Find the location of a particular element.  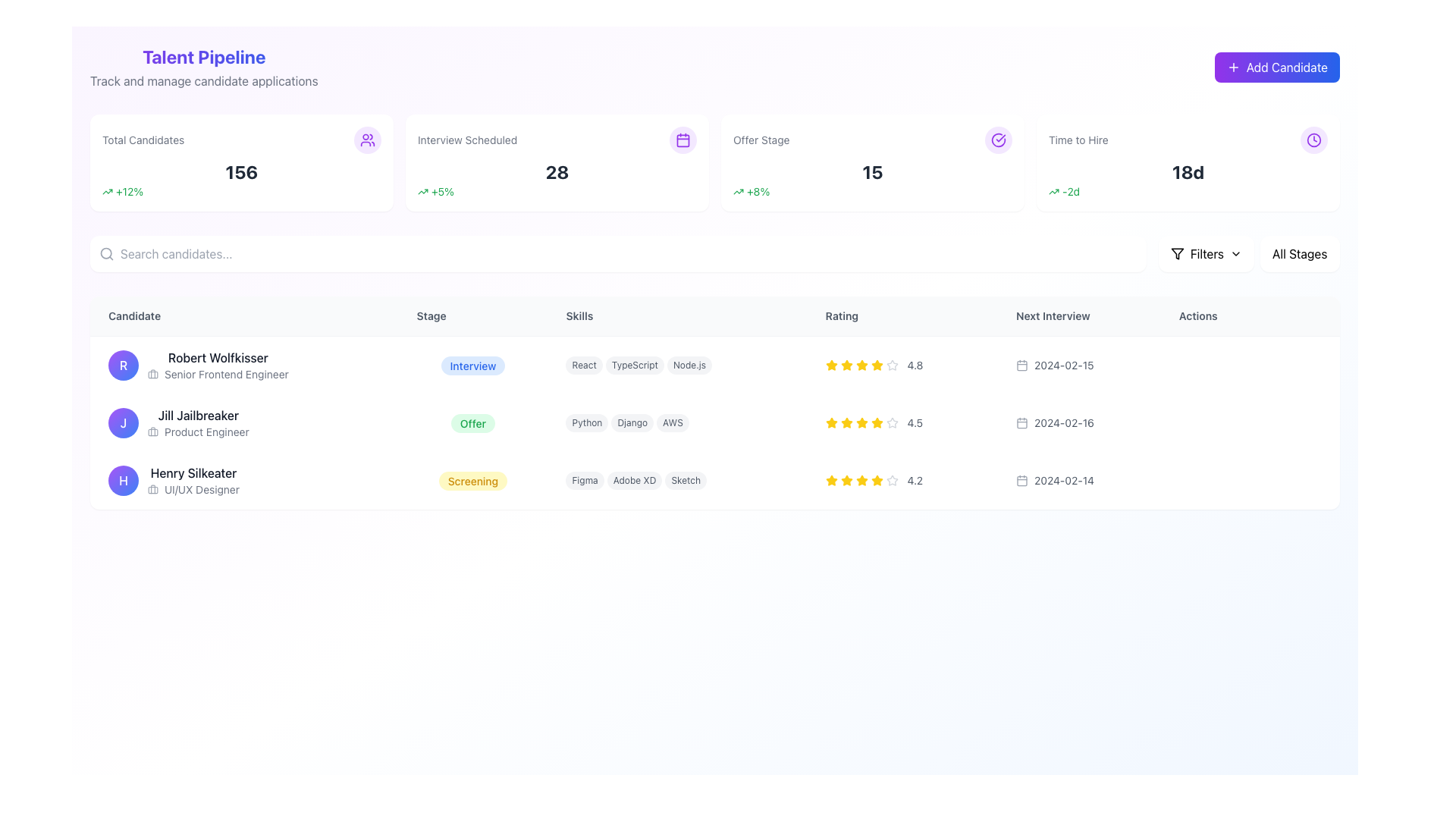

the third star icon in the Rating column of the table for Jill Jailbreaker to rate her is located at coordinates (846, 422).